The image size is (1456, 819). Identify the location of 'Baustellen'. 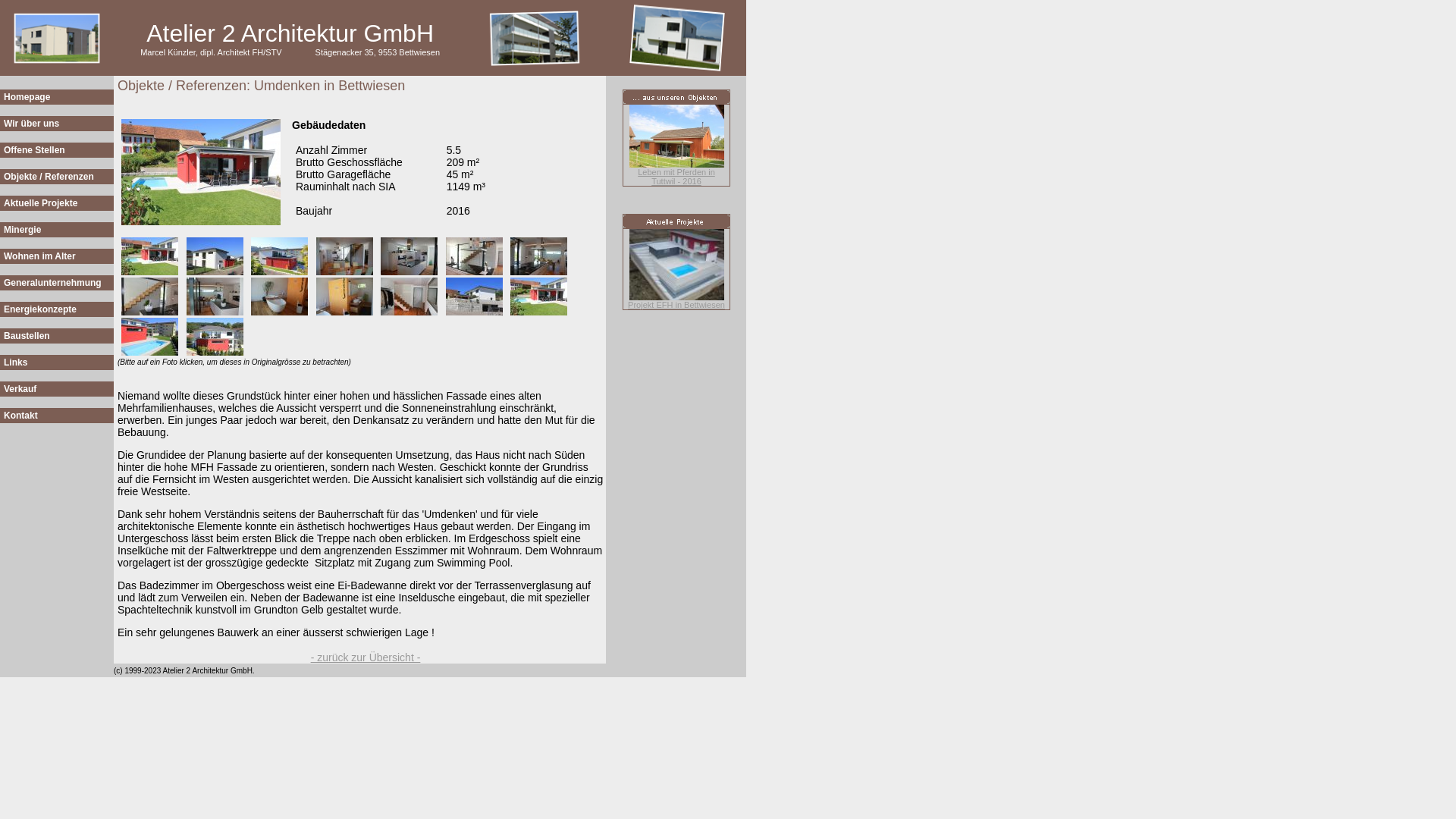
(27, 335).